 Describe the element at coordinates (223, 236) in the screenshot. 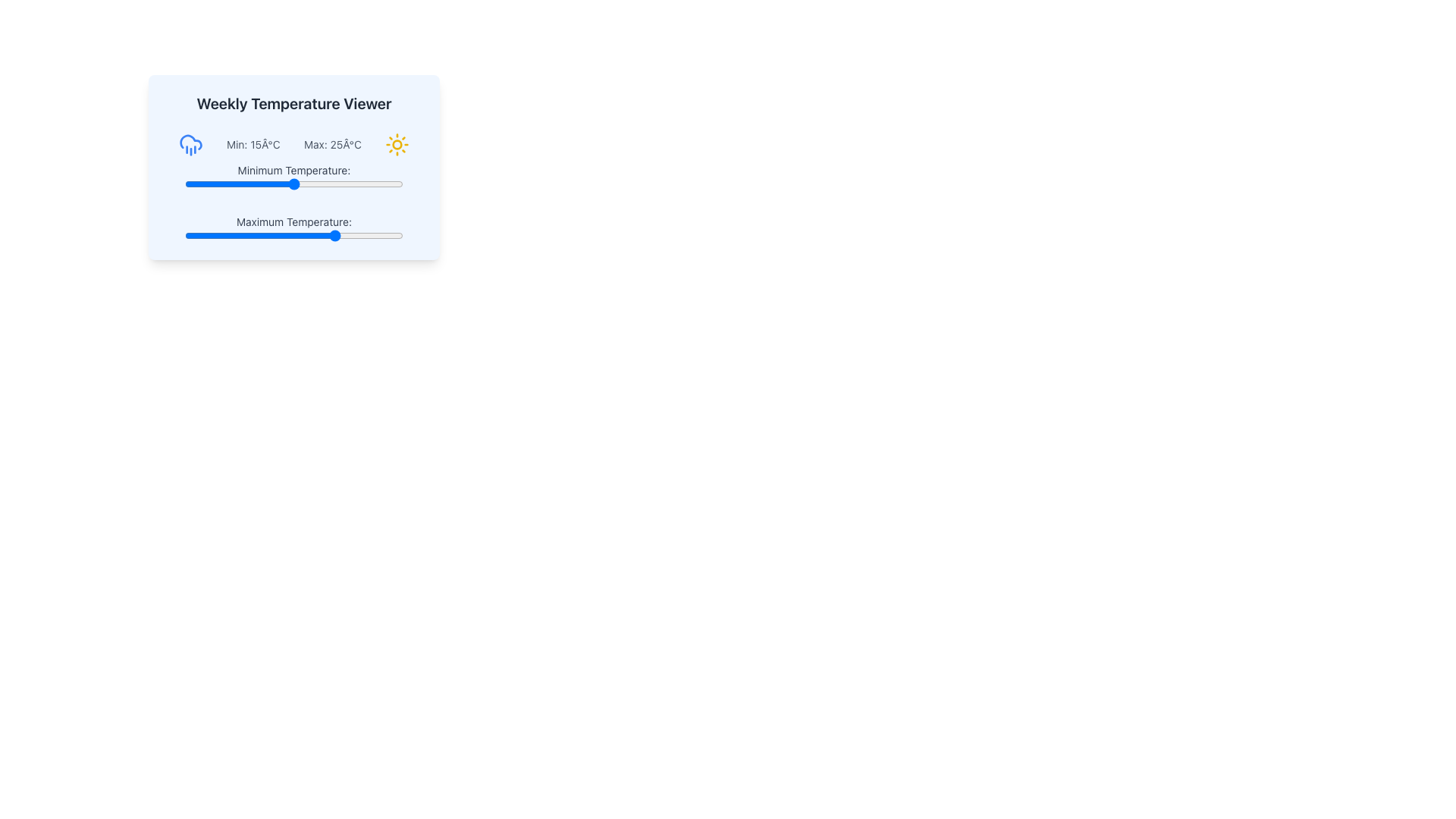

I see `the maximum temperature` at that location.